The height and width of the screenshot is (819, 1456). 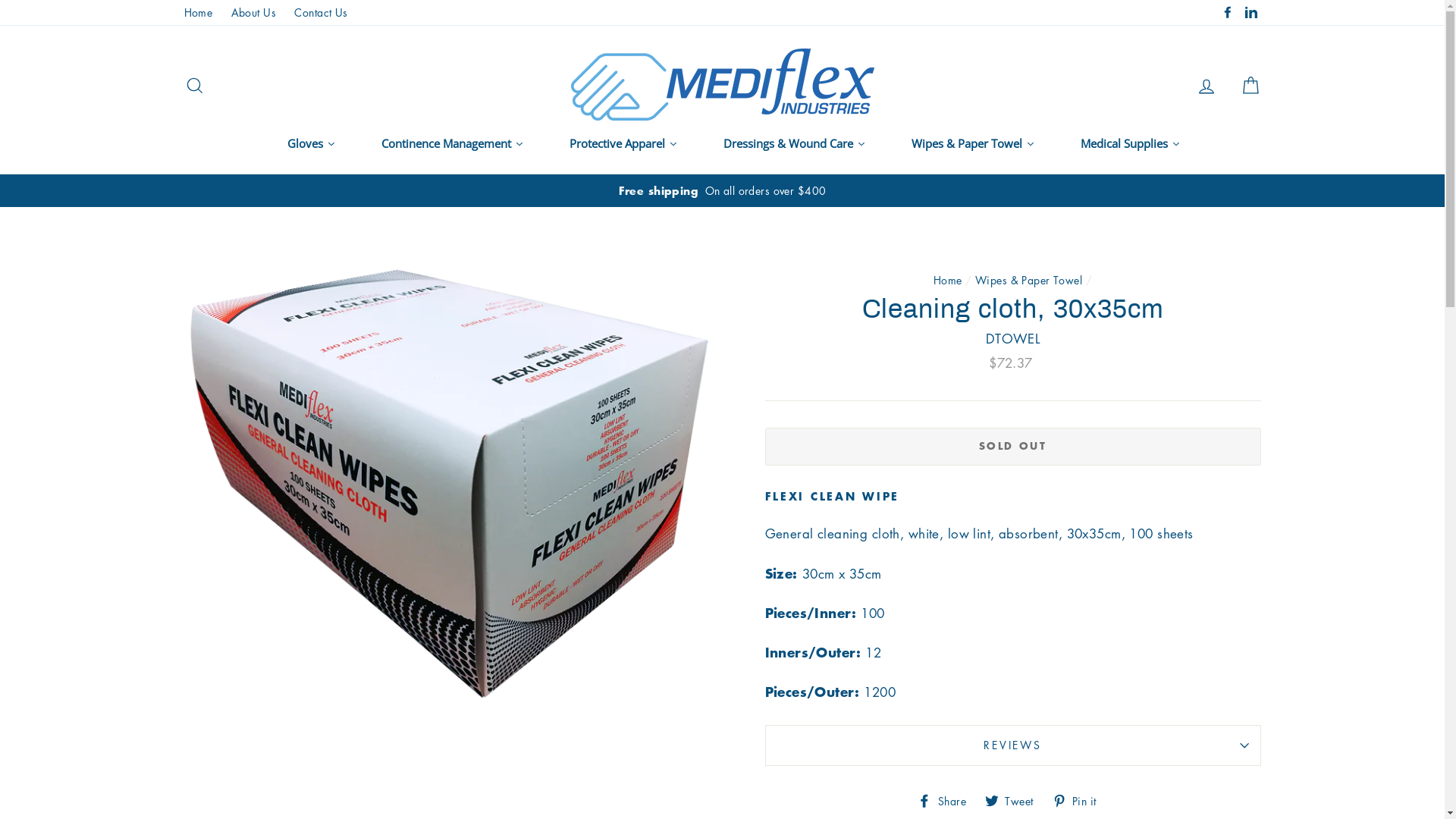 I want to click on 'Facebook', so click(x=1227, y=12).